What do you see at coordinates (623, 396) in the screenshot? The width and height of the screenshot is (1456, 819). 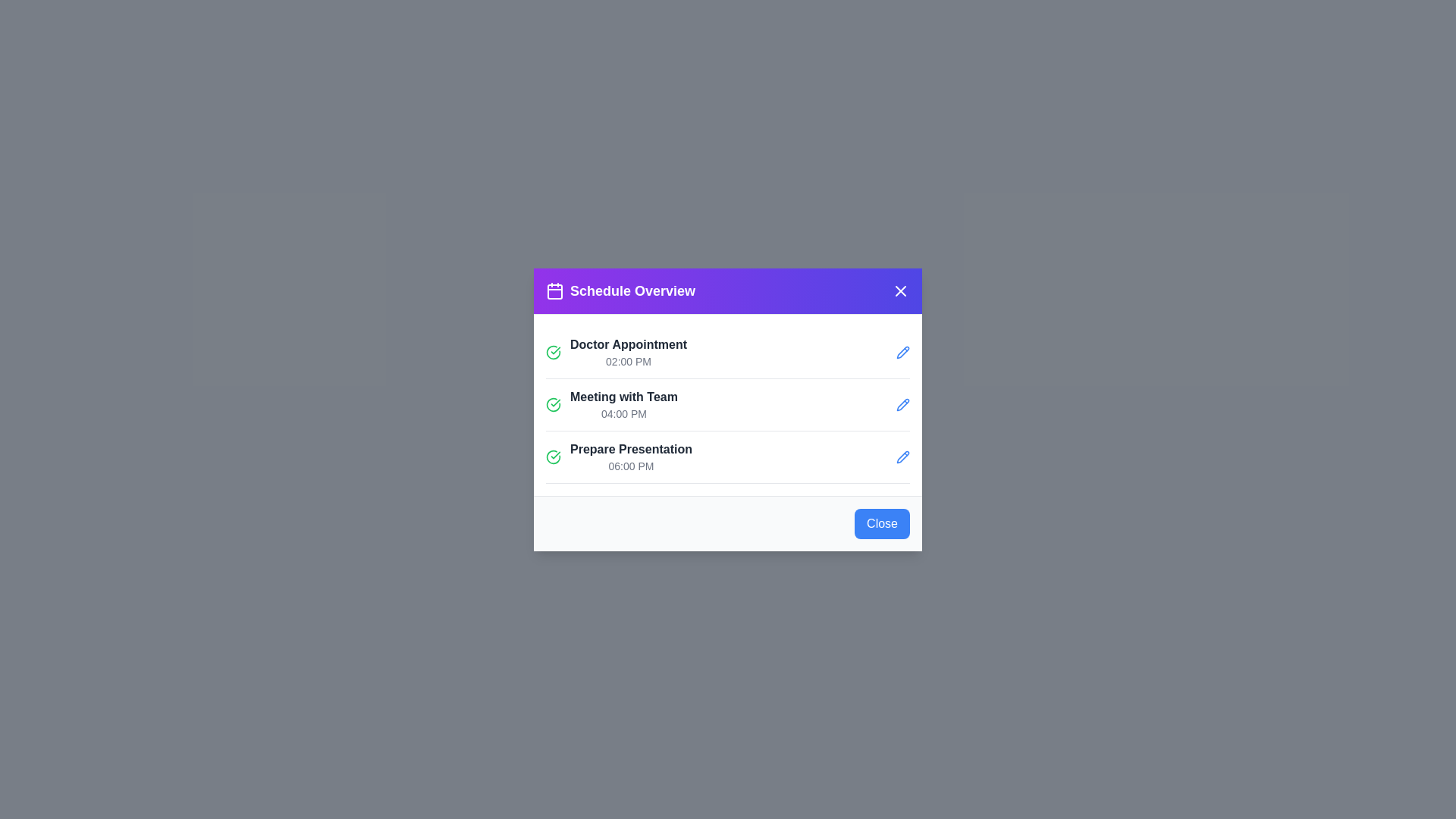 I see `the text label that reads 'Meeting with Team', which is styled in bold dark gray and positioned above the time label '04:00 PM' in the schedule list interface` at bounding box center [623, 396].